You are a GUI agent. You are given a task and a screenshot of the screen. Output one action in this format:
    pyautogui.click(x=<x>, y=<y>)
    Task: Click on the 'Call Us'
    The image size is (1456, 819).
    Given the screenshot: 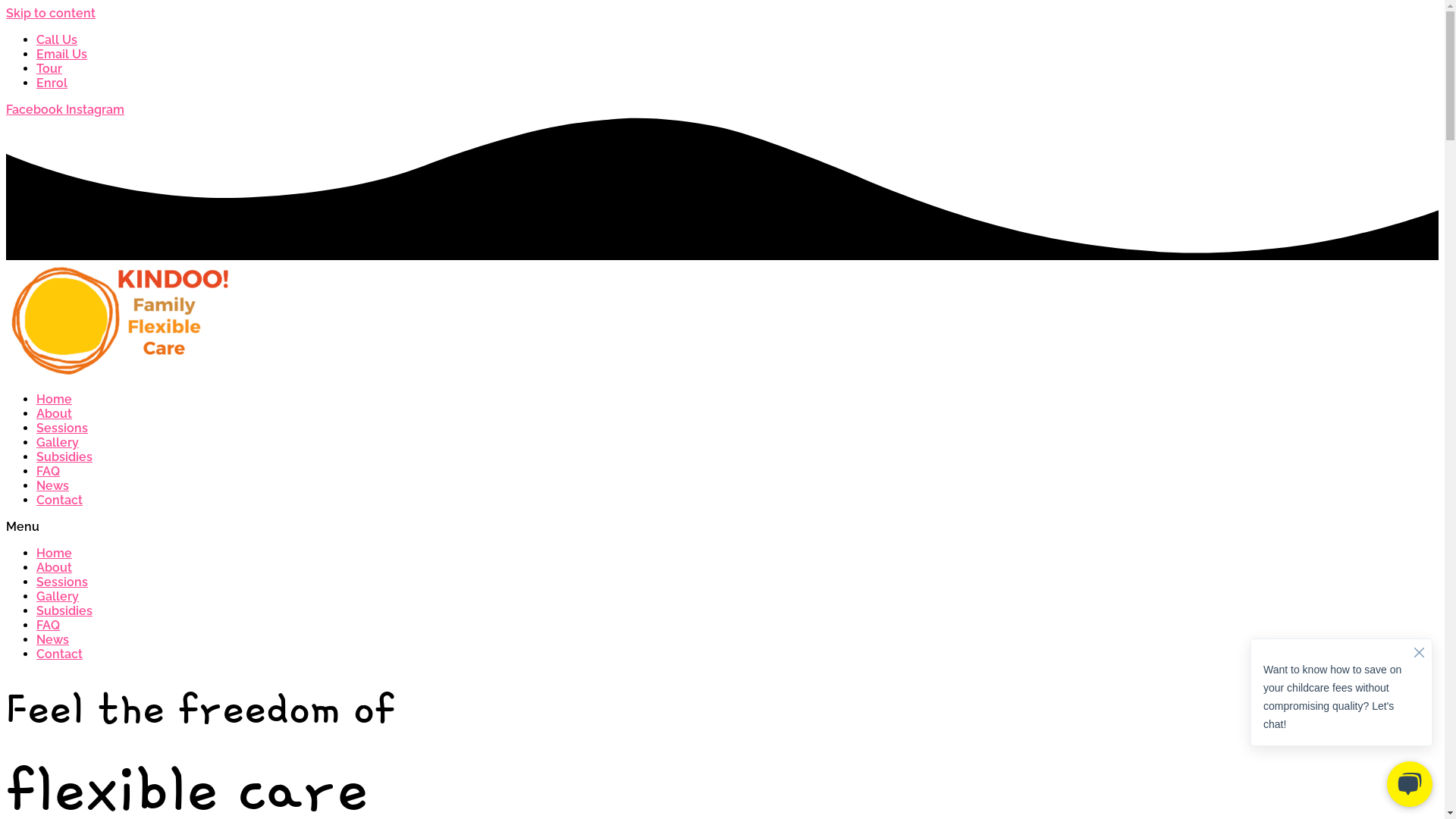 What is the action you would take?
    pyautogui.click(x=57, y=39)
    